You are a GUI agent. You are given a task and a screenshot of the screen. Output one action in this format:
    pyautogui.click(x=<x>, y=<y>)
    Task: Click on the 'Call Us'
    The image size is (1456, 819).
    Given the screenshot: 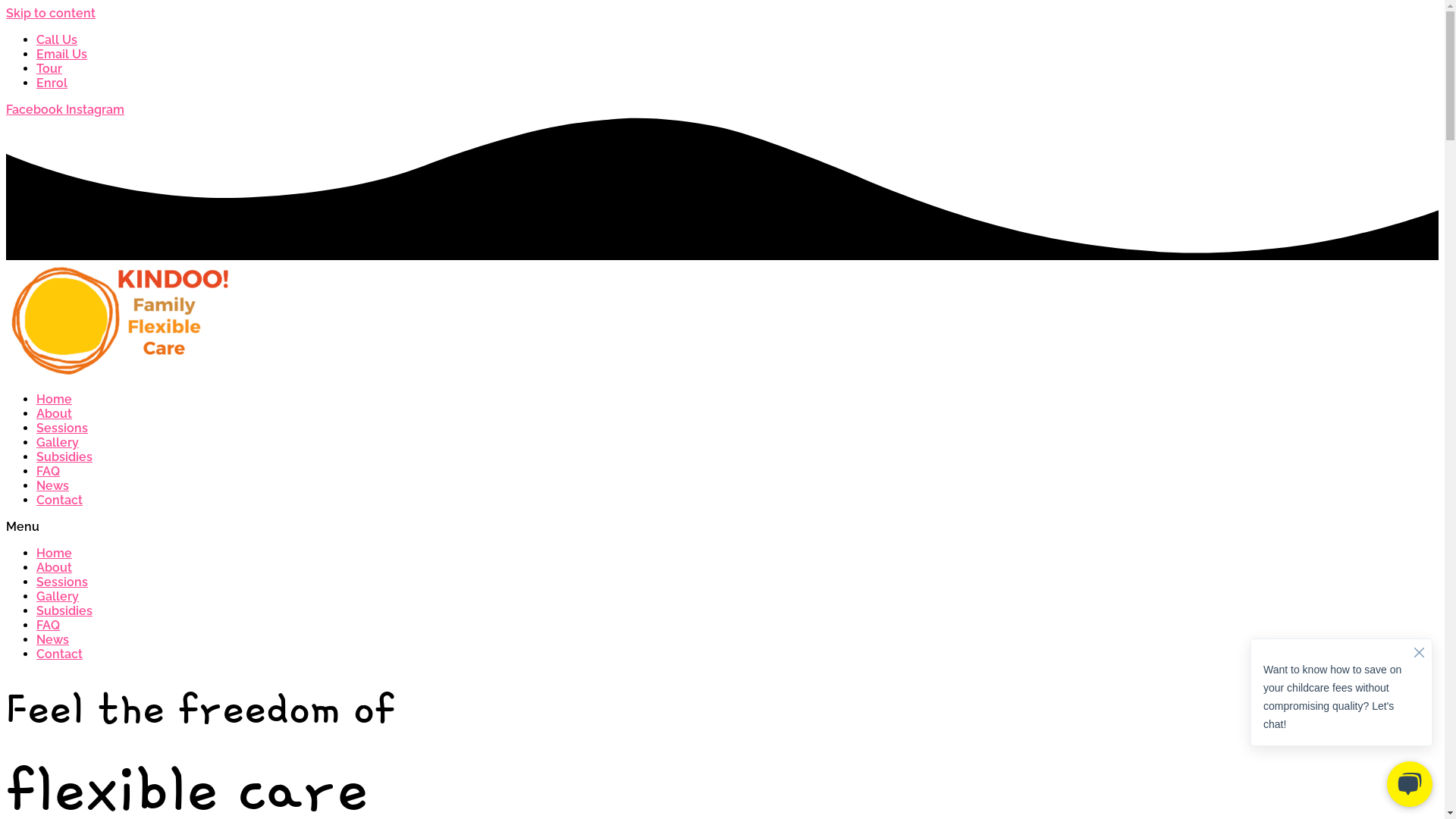 What is the action you would take?
    pyautogui.click(x=57, y=39)
    